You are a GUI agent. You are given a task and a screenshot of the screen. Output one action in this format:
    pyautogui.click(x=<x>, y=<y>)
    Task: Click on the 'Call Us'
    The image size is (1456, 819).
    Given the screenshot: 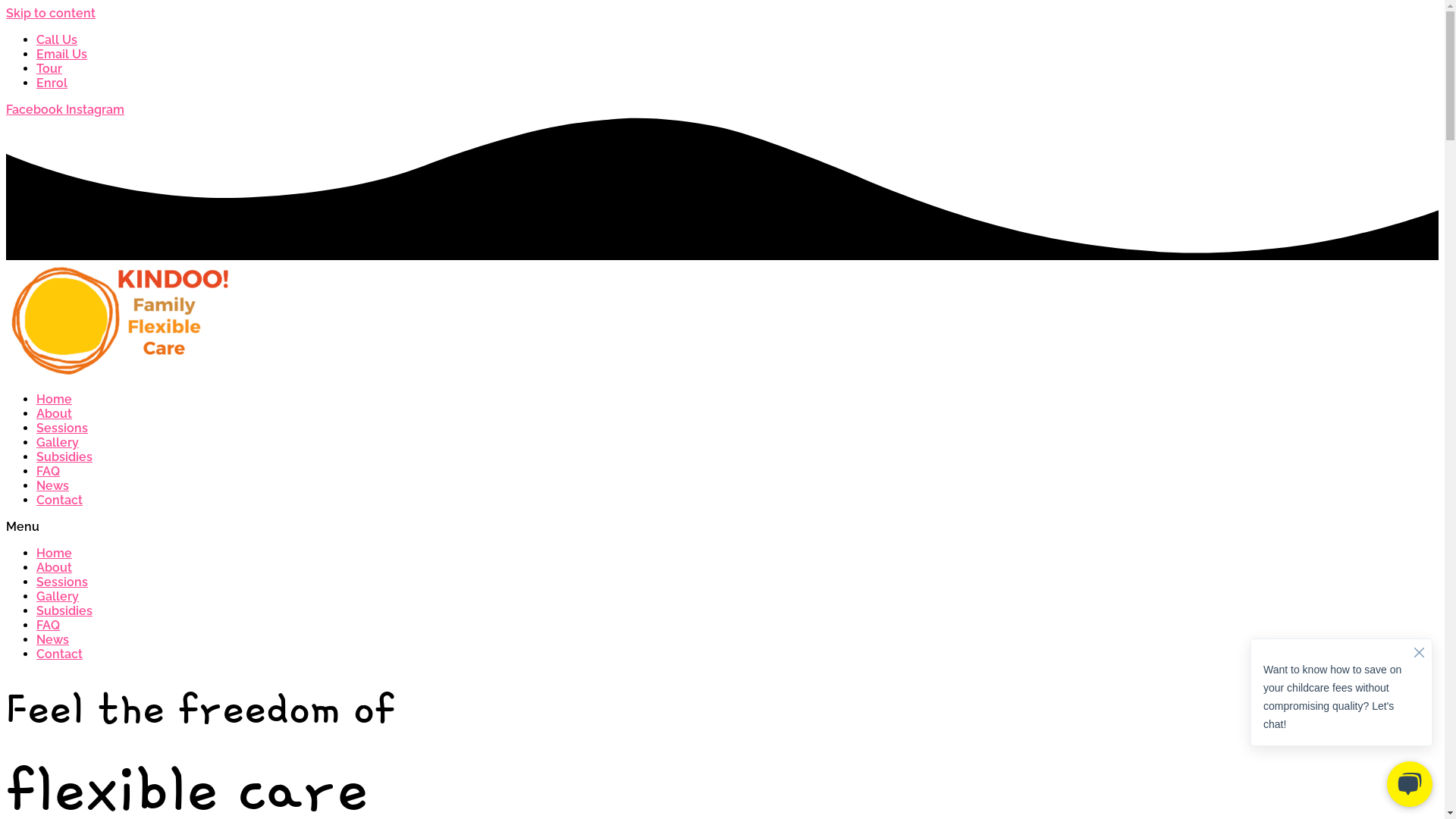 What is the action you would take?
    pyautogui.click(x=57, y=39)
    